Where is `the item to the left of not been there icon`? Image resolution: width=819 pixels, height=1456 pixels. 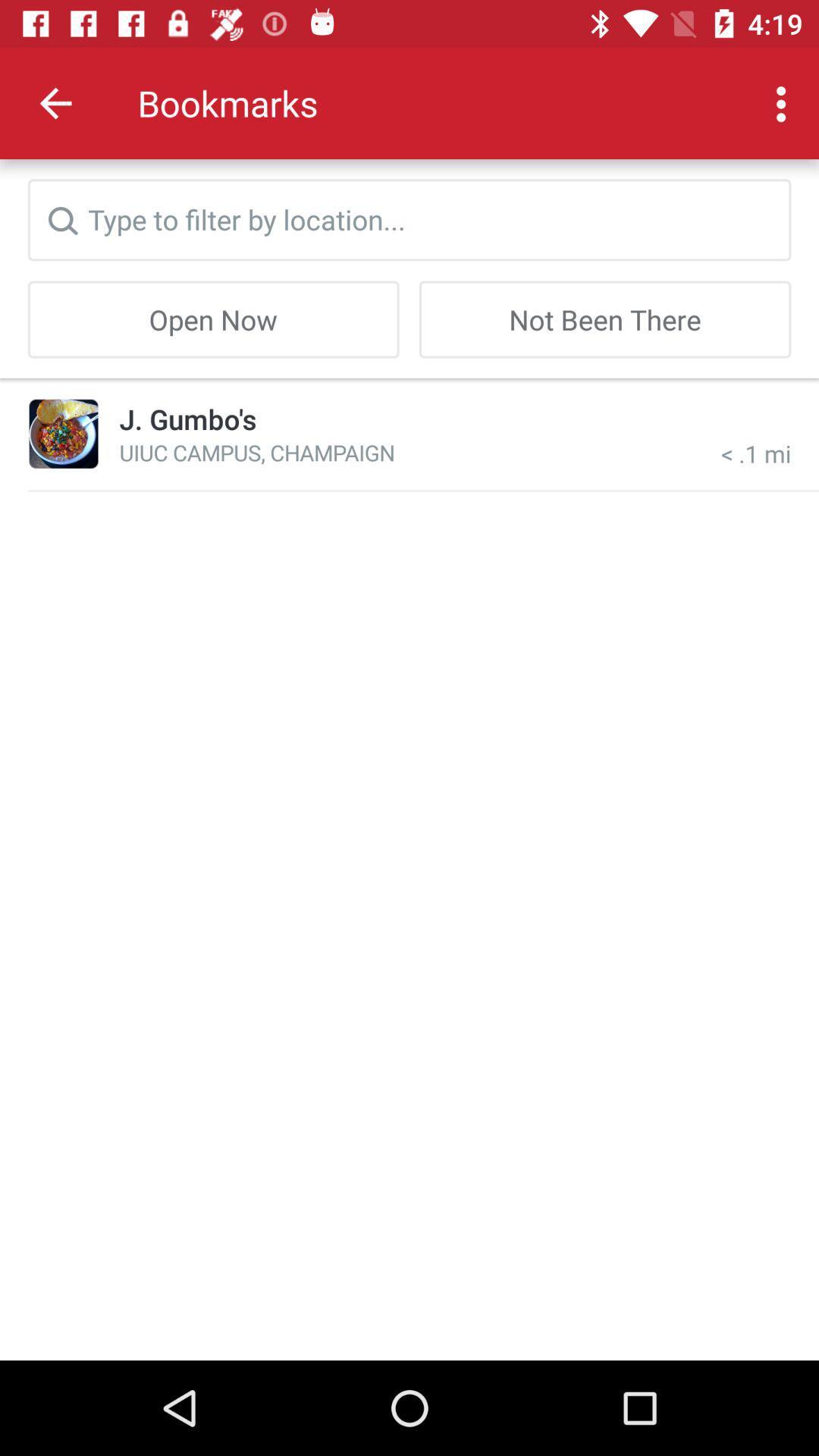 the item to the left of not been there icon is located at coordinates (213, 318).